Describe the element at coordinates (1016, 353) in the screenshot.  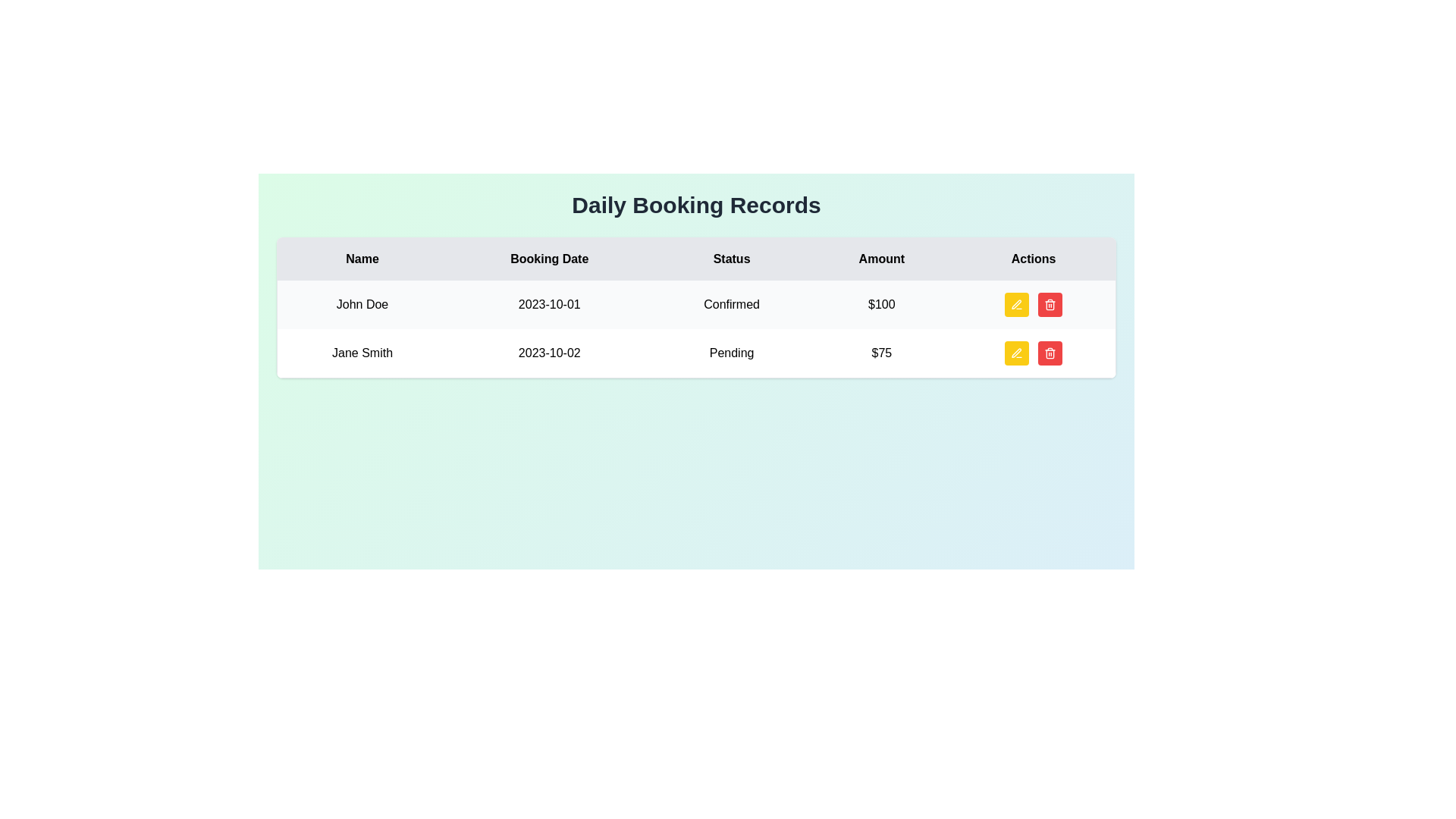
I see `the edit icon button located in the 'Actions' column of the second row for 'Jane Smith'` at that location.